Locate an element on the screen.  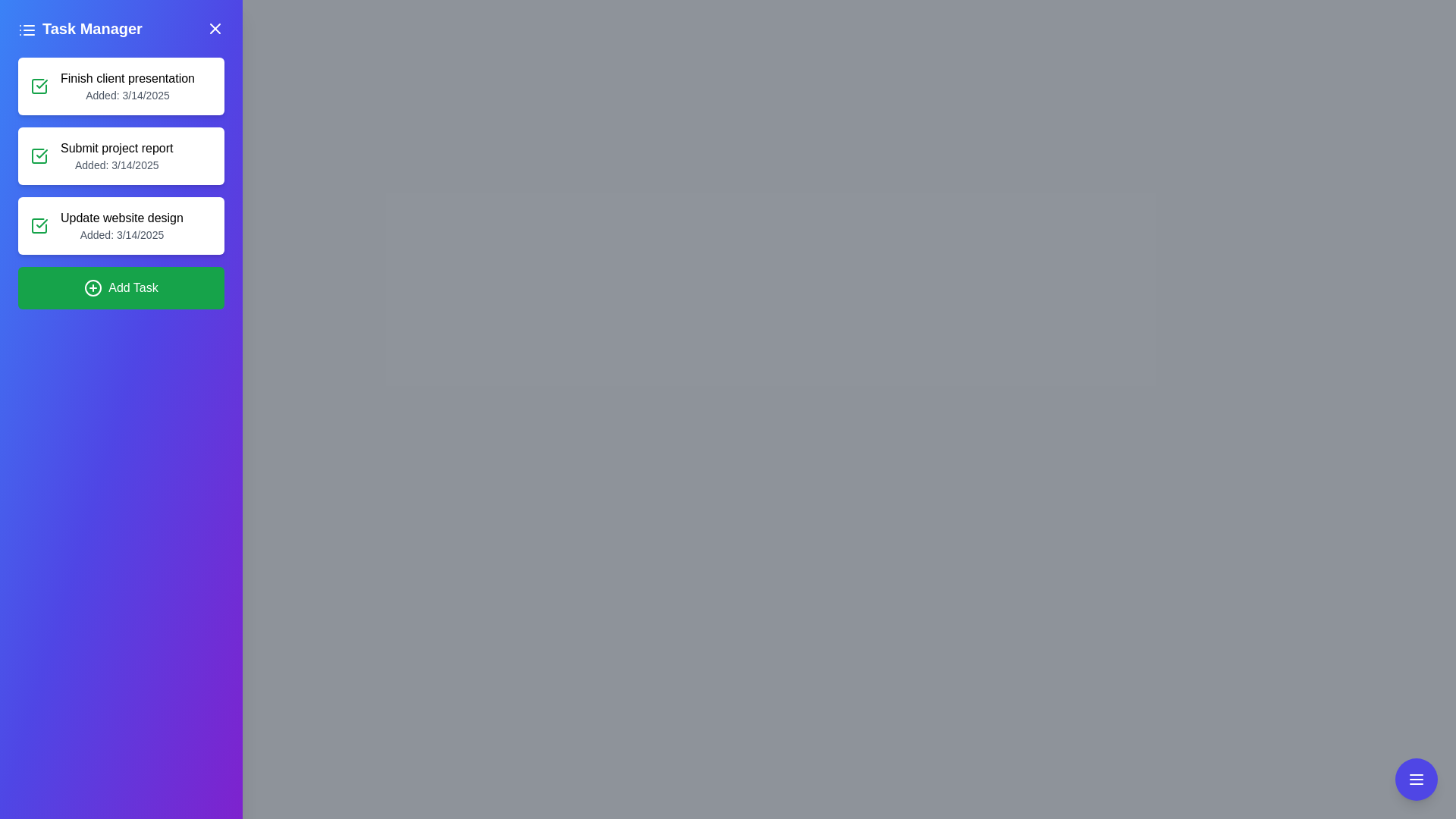
the second task item in the Task Manager side panel is located at coordinates (120, 183).